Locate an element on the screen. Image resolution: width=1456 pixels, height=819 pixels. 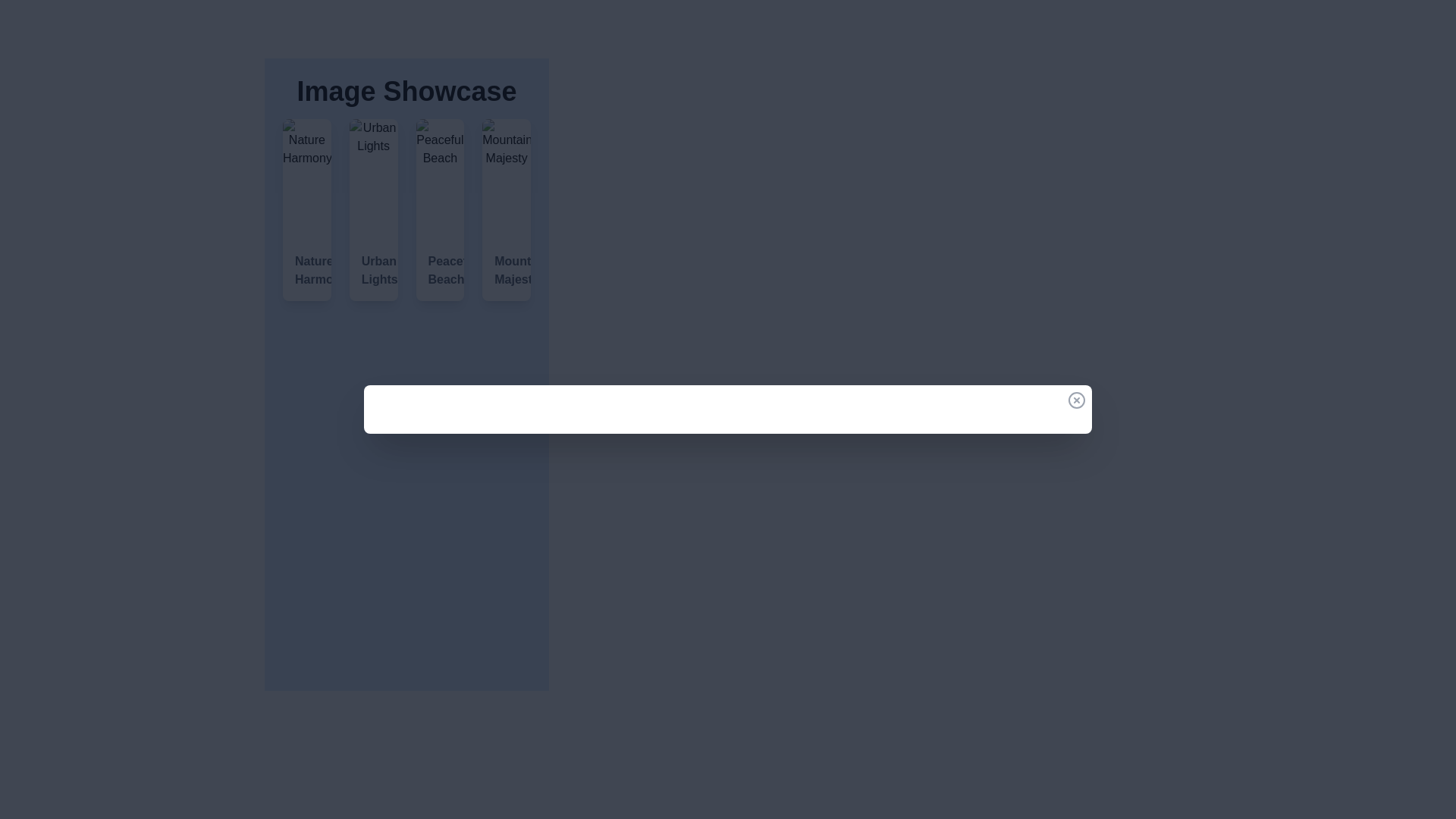
the bolded static text header reading 'Image Showcase', which is centered at the top of the interface above the image cards grid is located at coordinates (406, 91).